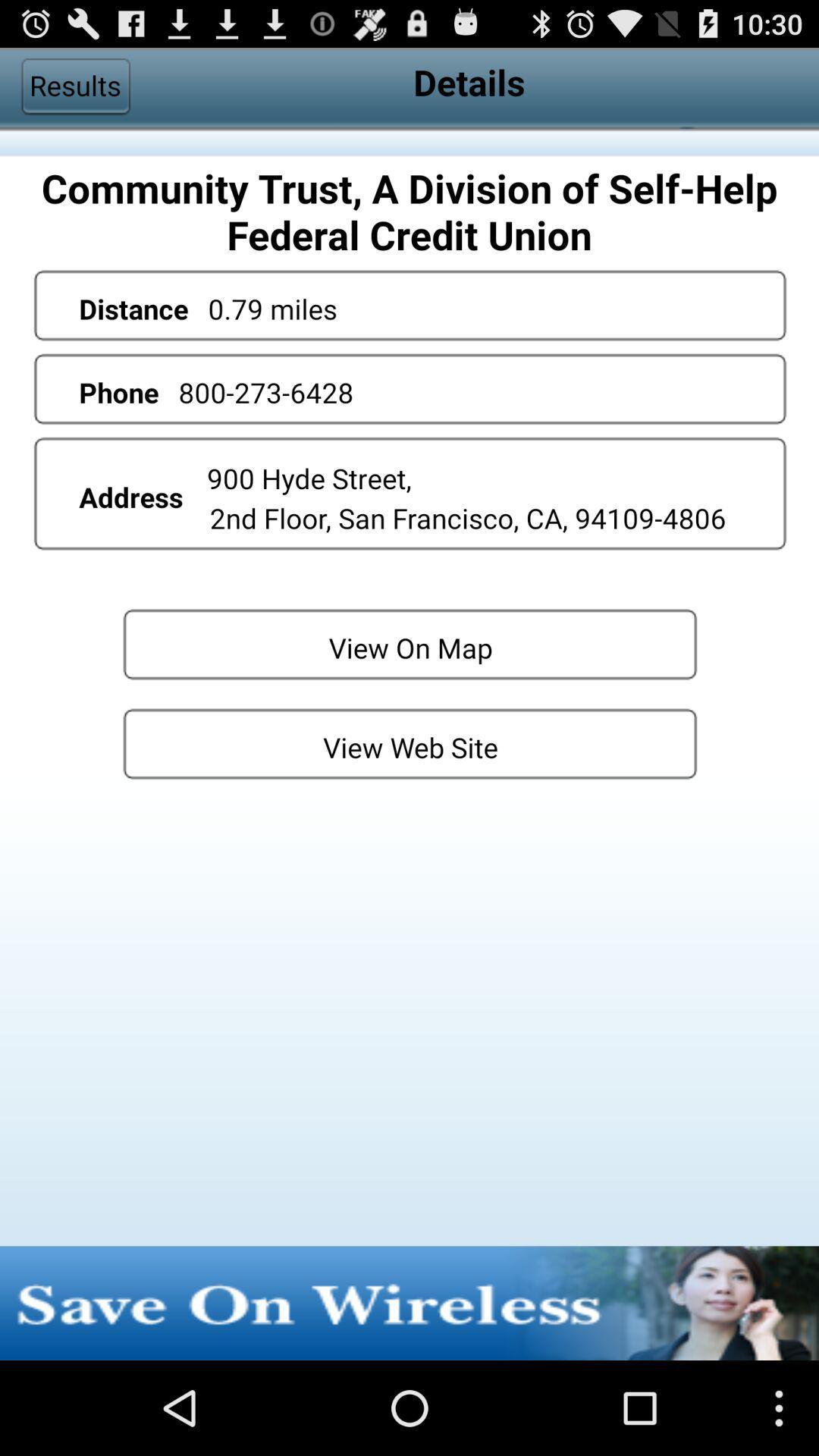 This screenshot has width=819, height=1456. I want to click on icon below the 2nd floor san item, so click(409, 644).